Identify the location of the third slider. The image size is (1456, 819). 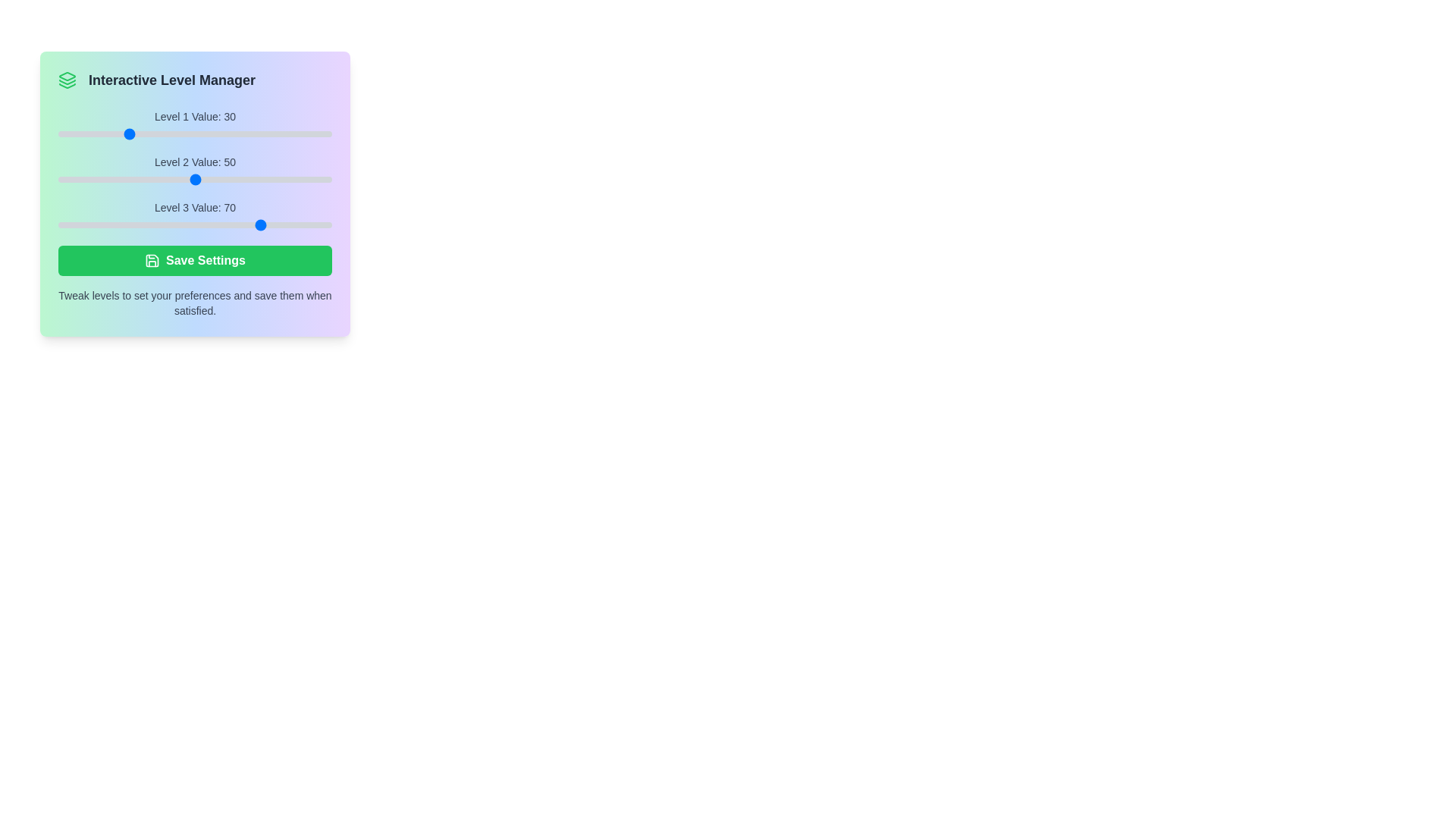
(194, 225).